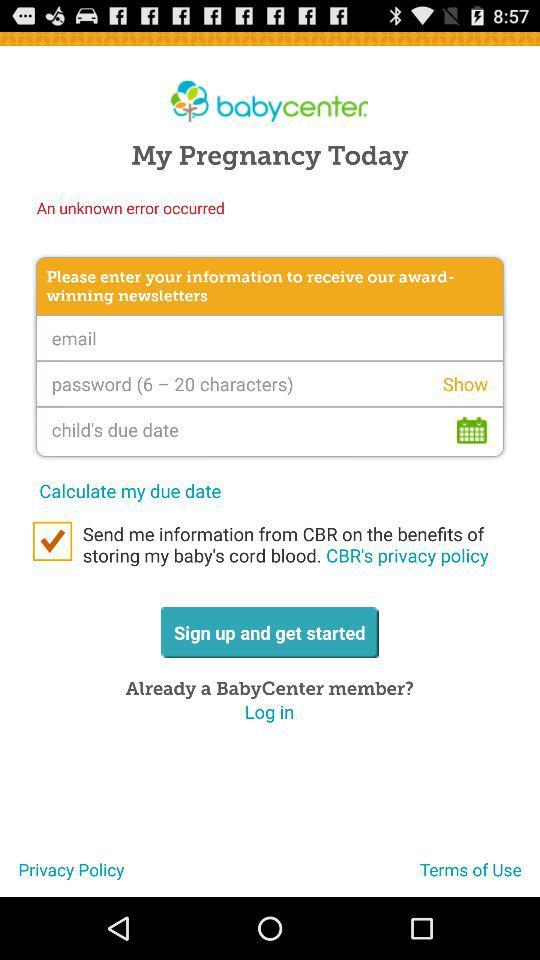 This screenshot has height=960, width=540. What do you see at coordinates (52, 541) in the screenshot?
I see `receiving information from cbr` at bounding box center [52, 541].